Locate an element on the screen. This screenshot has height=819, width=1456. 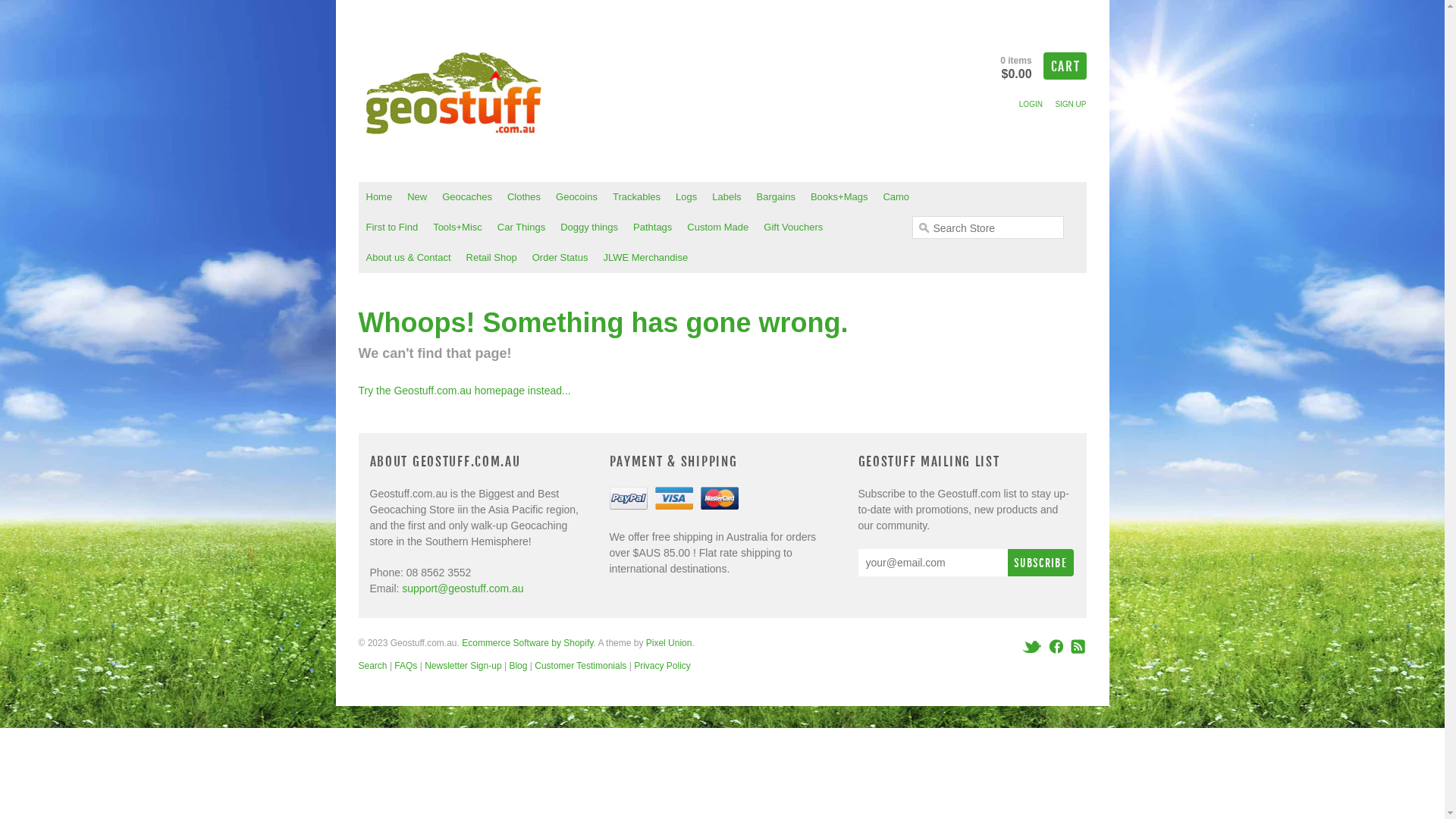
'Retail Shop' is located at coordinates (491, 256).